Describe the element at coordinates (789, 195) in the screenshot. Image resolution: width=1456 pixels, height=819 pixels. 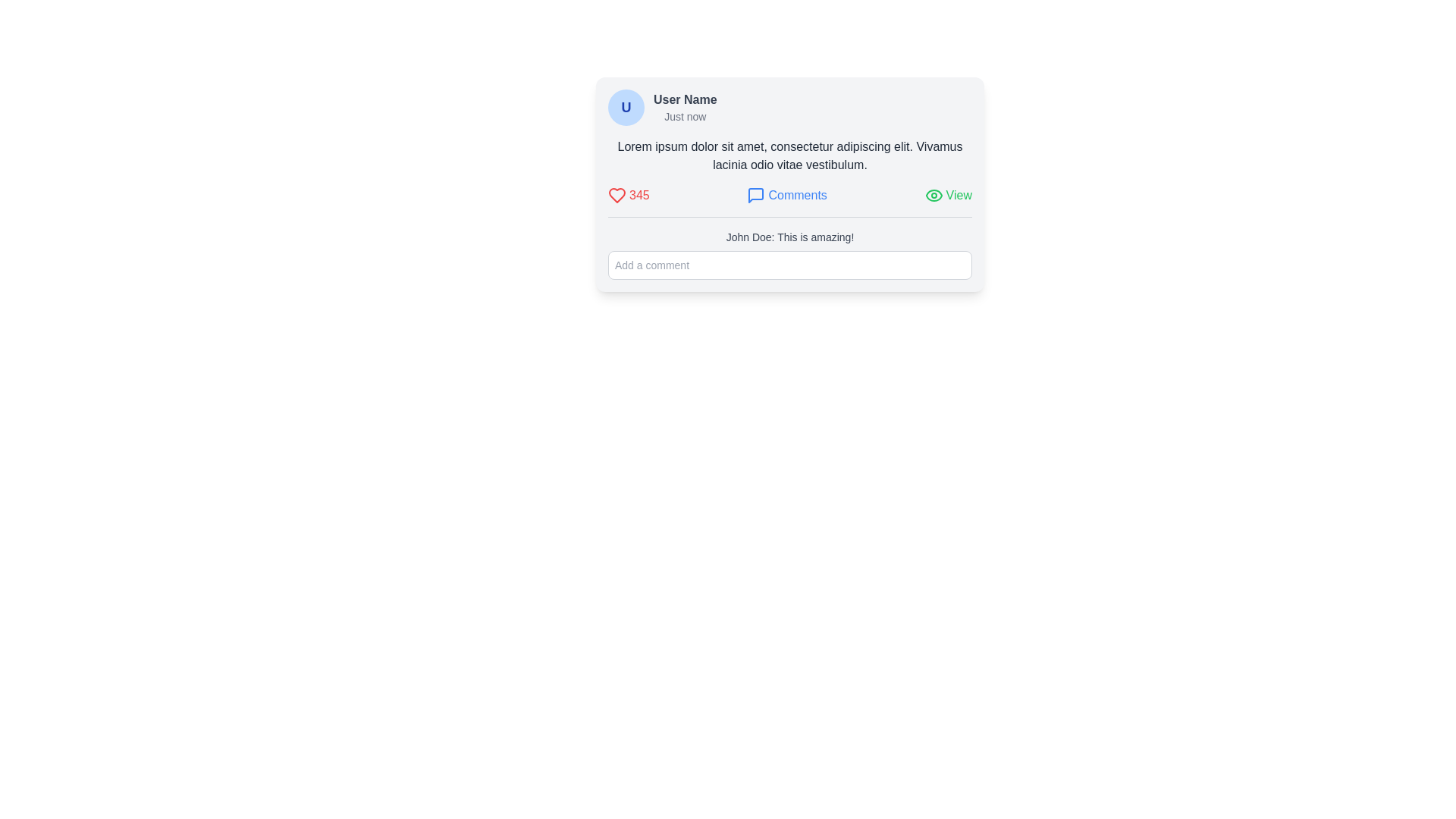
I see `the 'View' text in the toolbar located below the post content and above the user comment section` at that location.